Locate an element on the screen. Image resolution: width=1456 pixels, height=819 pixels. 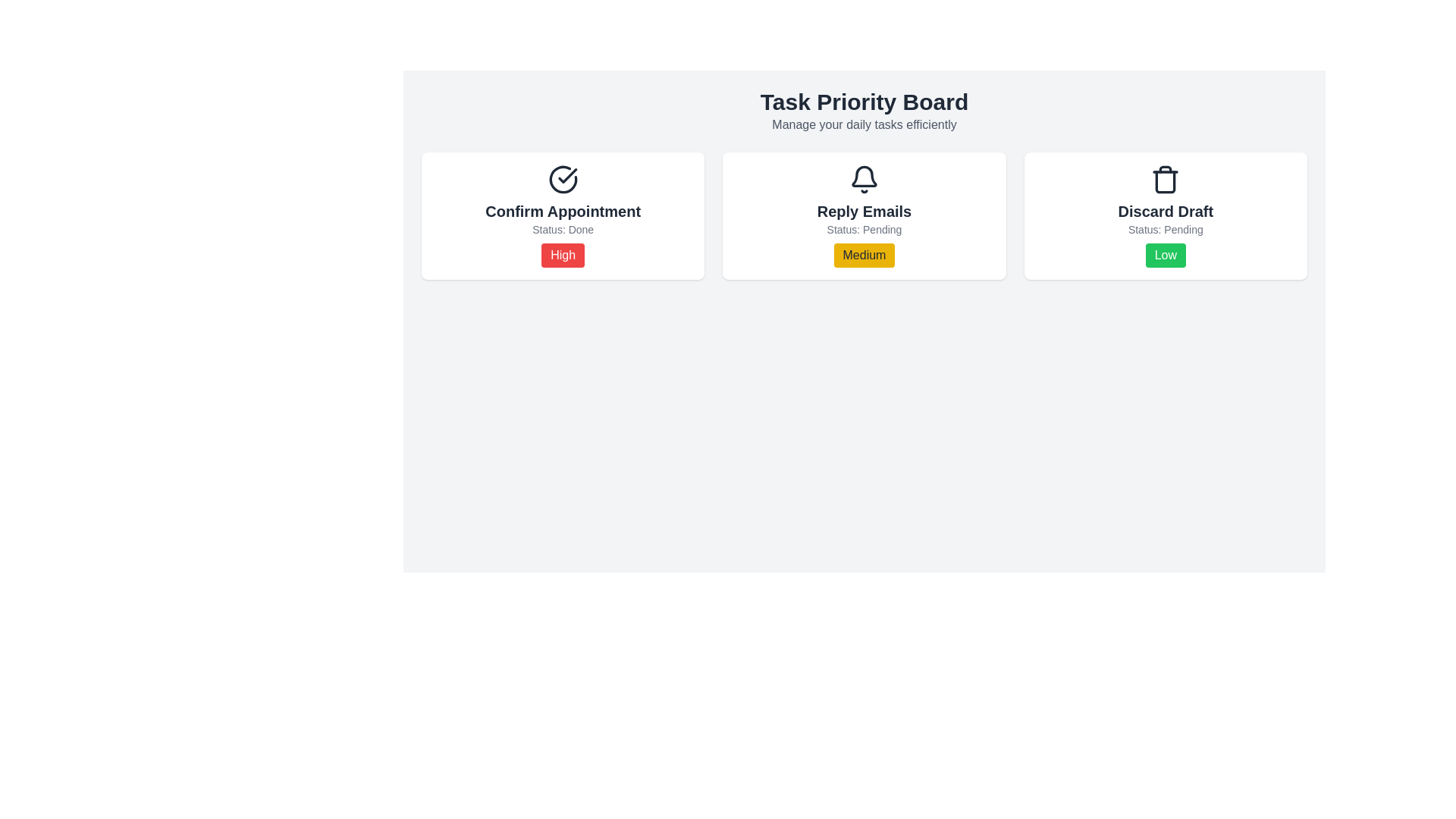
the bell icon located at the top of the 'Reply Emails' card, which serves as a notification or alert indicator is located at coordinates (864, 178).